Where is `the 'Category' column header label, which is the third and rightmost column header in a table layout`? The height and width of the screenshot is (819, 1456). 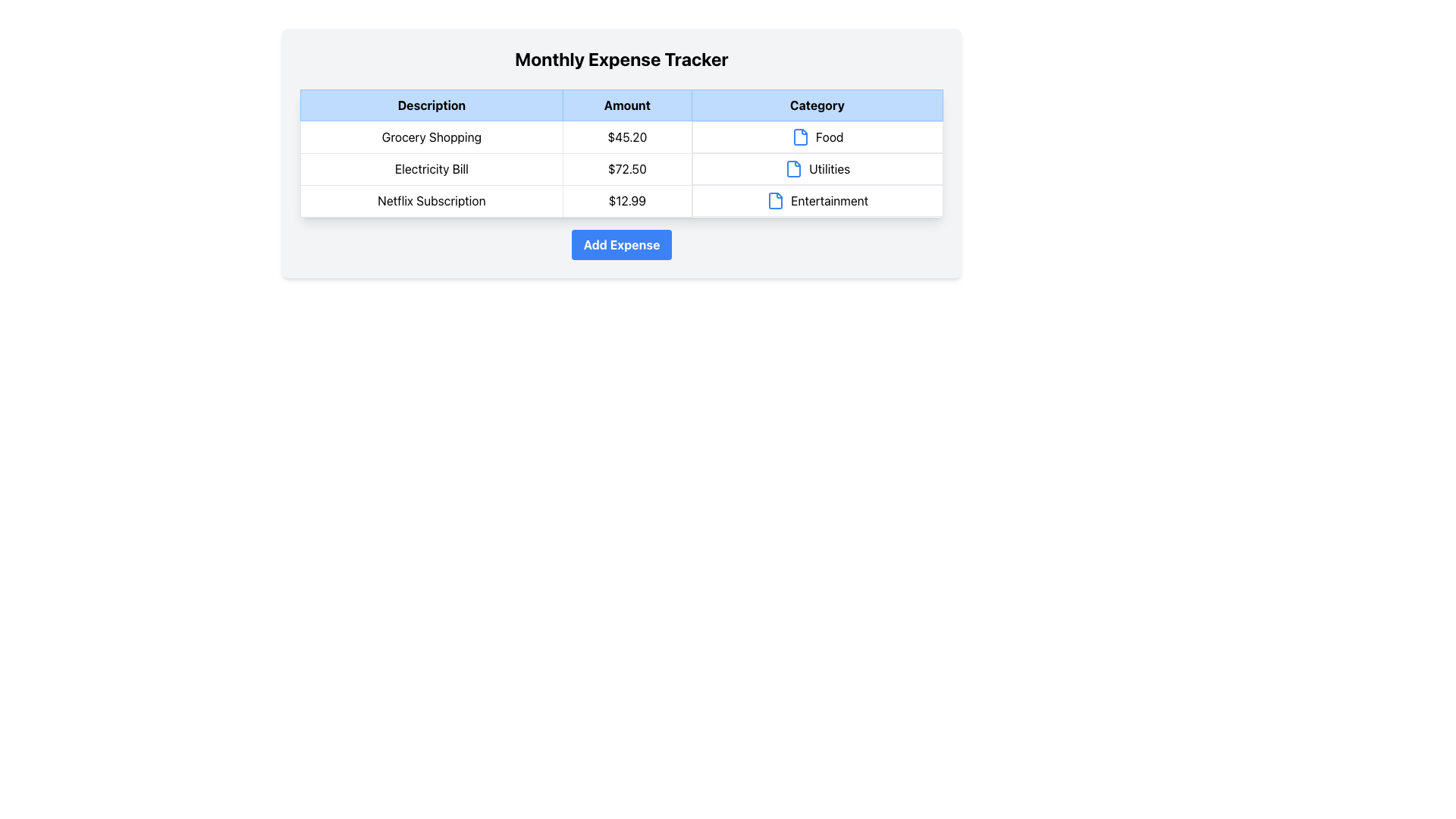 the 'Category' column header label, which is the third and rightmost column header in a table layout is located at coordinates (816, 104).